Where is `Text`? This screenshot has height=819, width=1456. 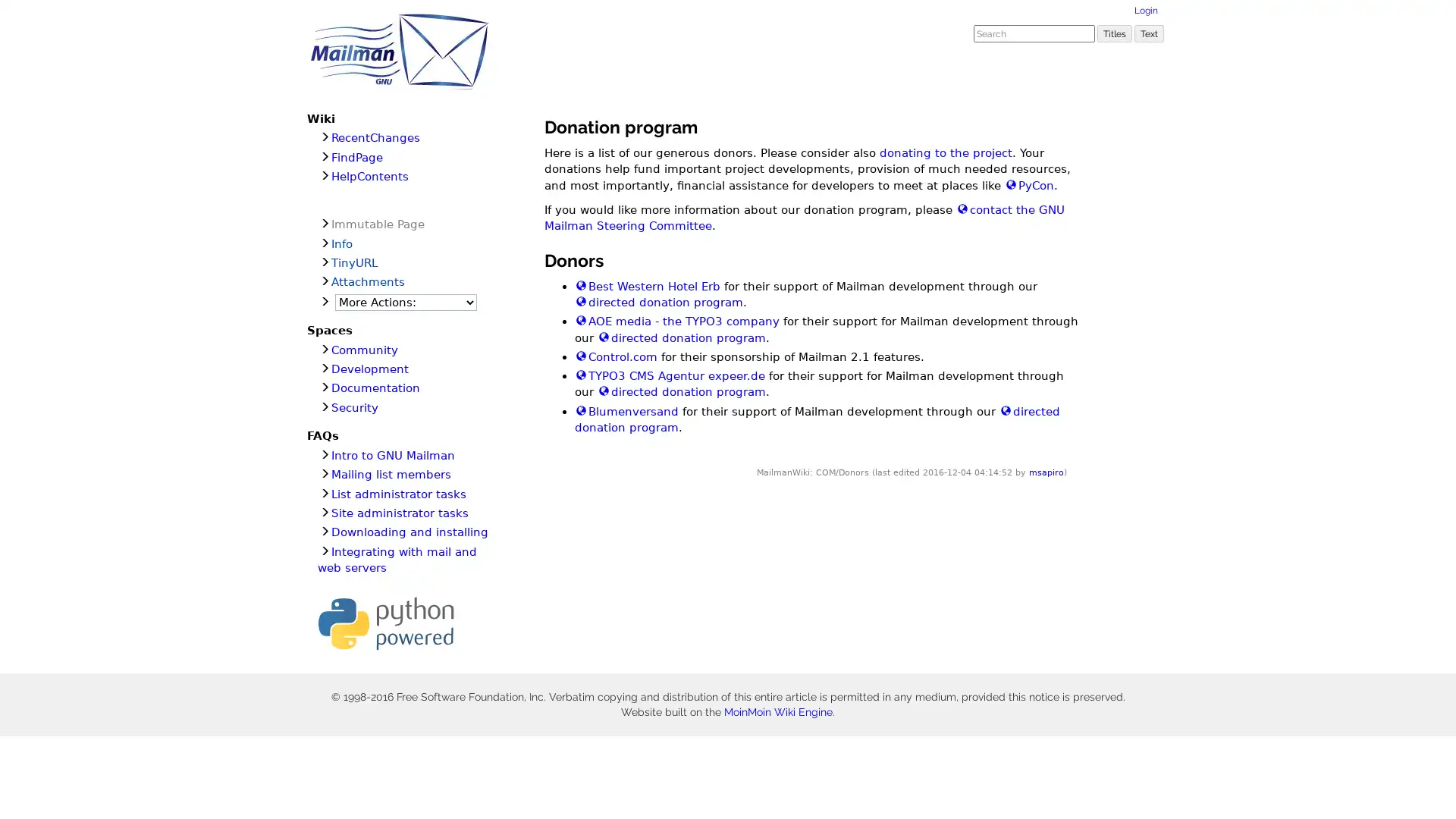 Text is located at coordinates (1149, 33).